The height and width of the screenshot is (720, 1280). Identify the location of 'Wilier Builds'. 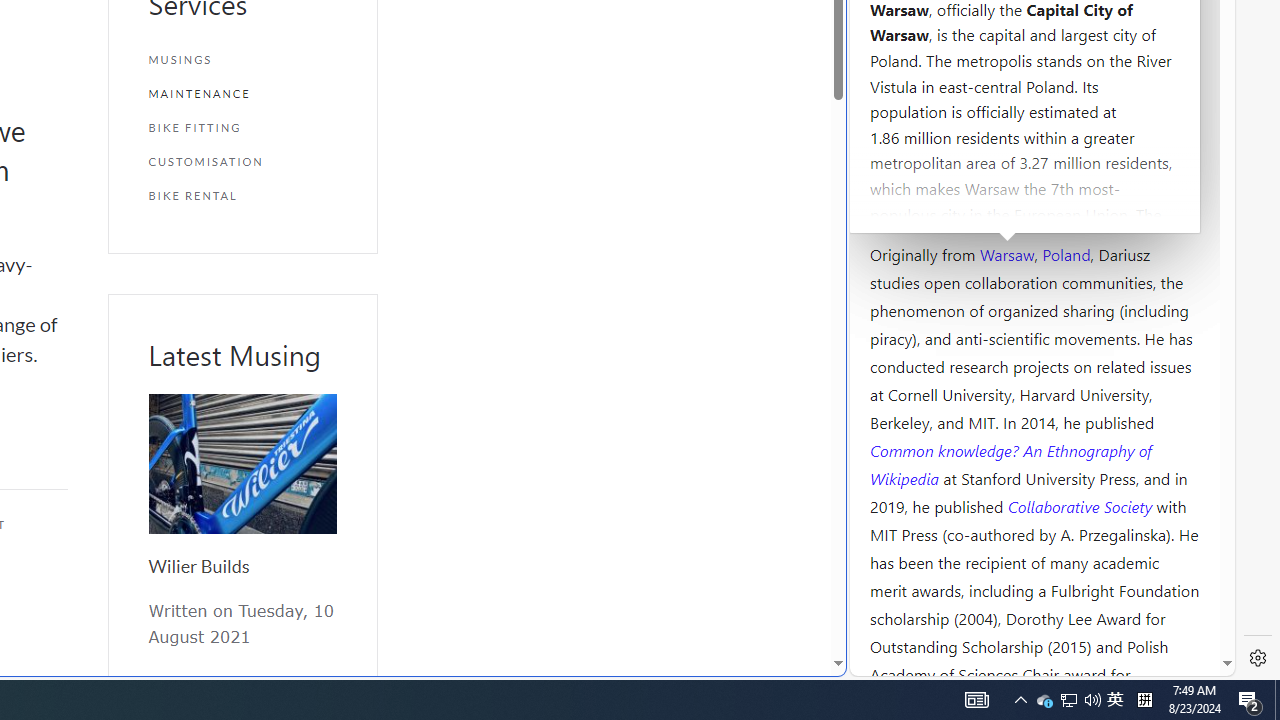
(199, 566).